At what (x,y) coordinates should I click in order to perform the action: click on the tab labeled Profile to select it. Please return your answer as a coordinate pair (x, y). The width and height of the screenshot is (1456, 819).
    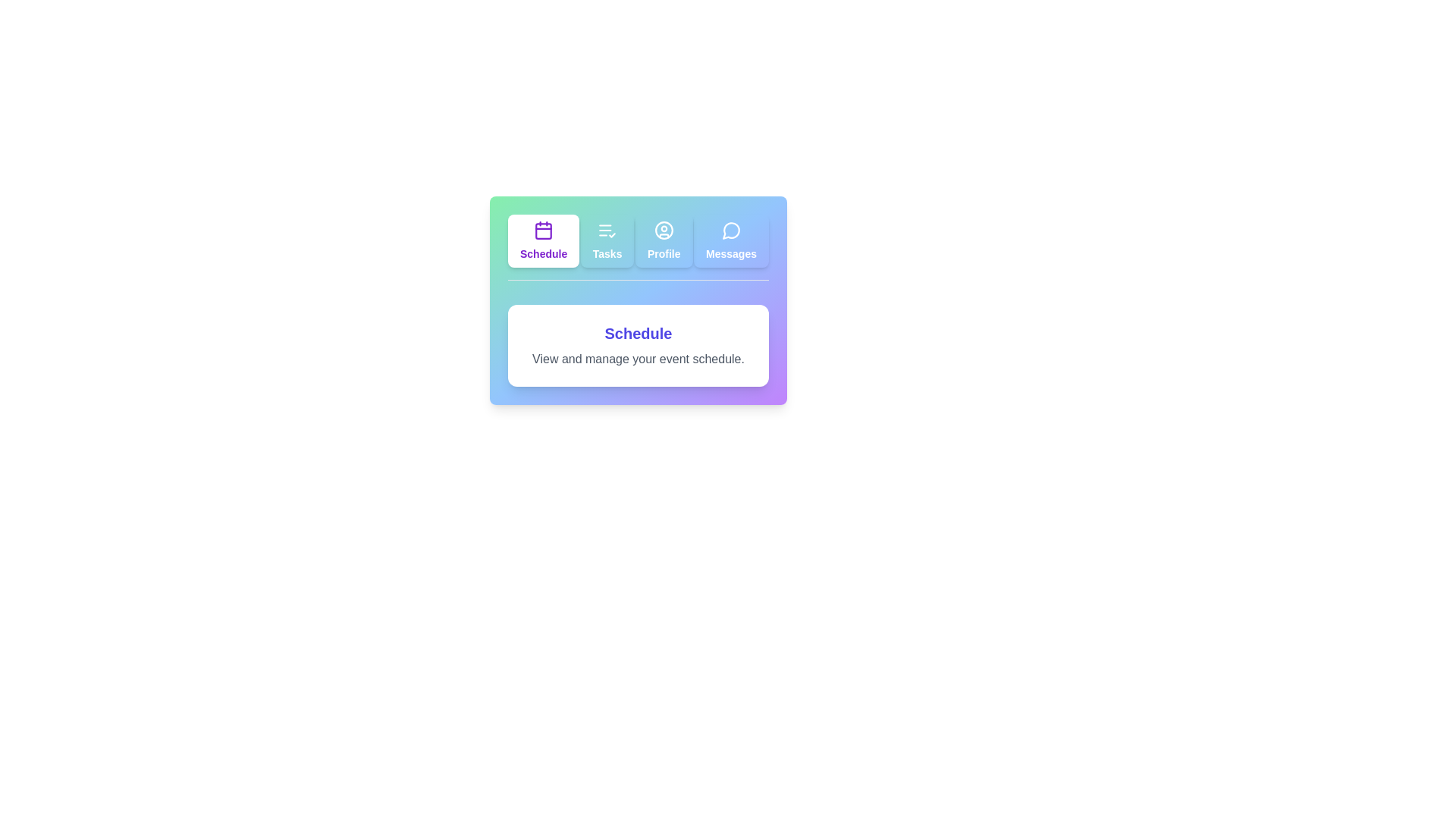
    Looking at the image, I should click on (664, 240).